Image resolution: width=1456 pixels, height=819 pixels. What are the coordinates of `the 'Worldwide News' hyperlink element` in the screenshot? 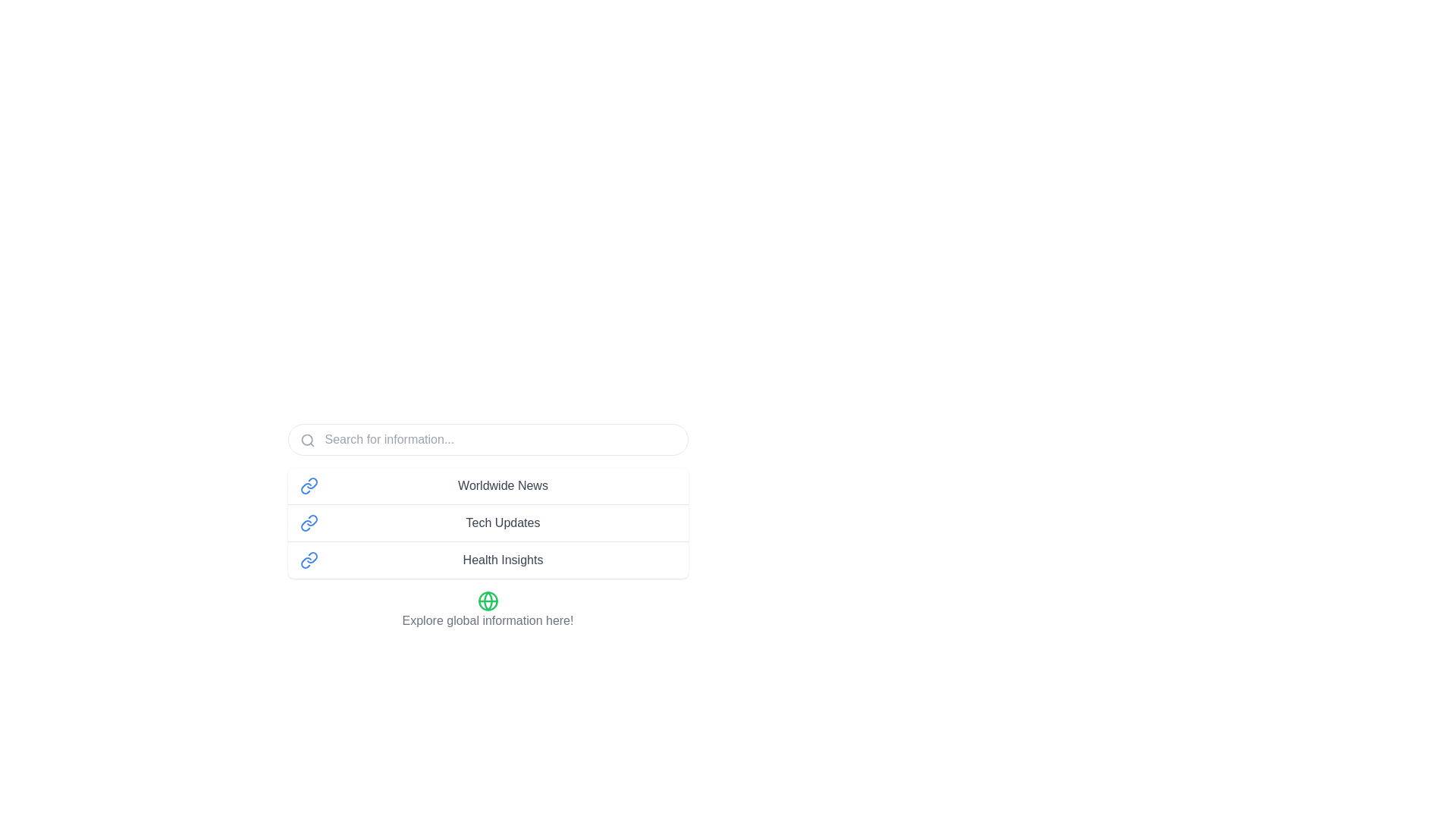 It's located at (503, 485).